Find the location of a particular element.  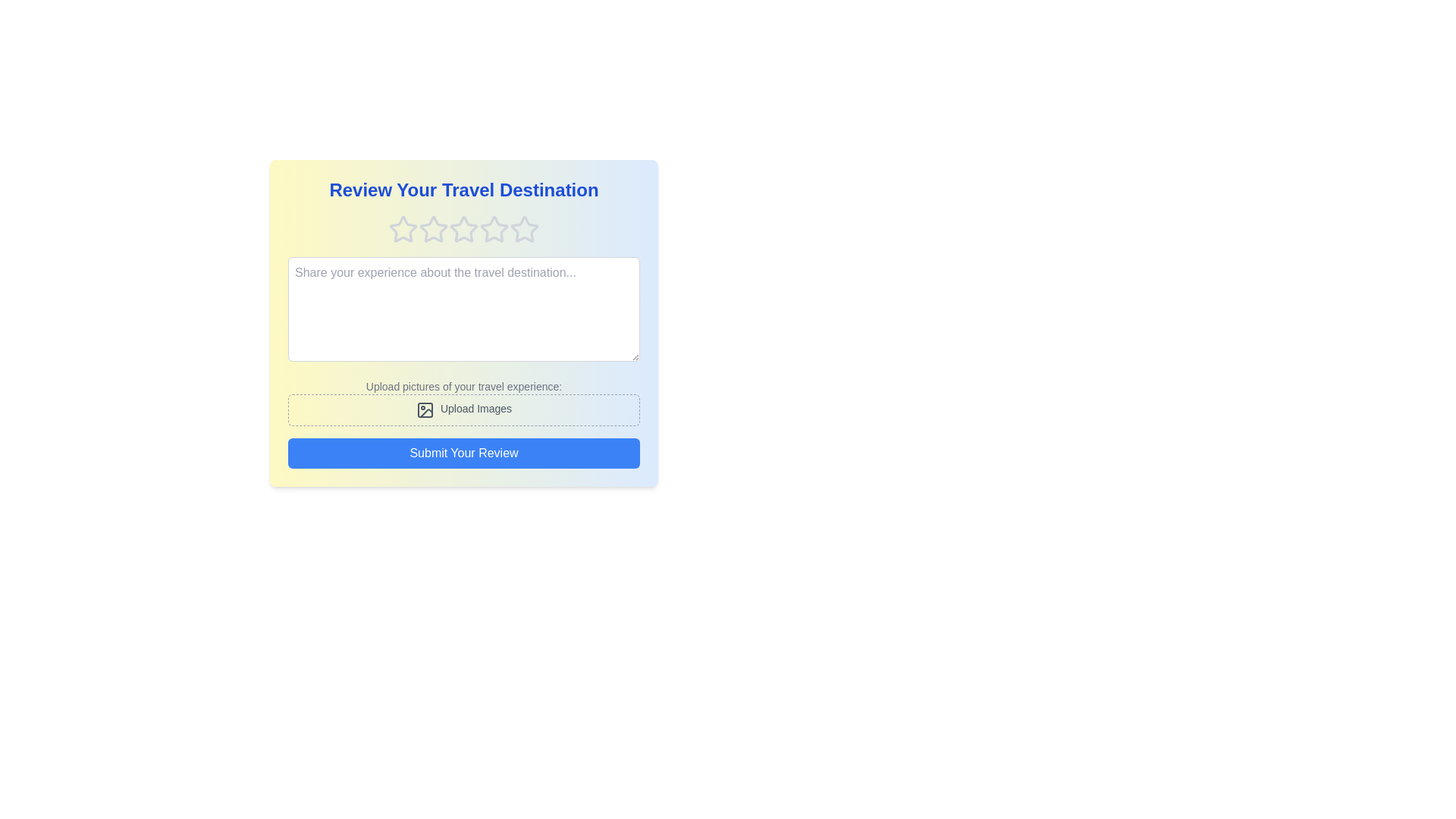

the star corresponding to the rating 3 is located at coordinates (463, 230).